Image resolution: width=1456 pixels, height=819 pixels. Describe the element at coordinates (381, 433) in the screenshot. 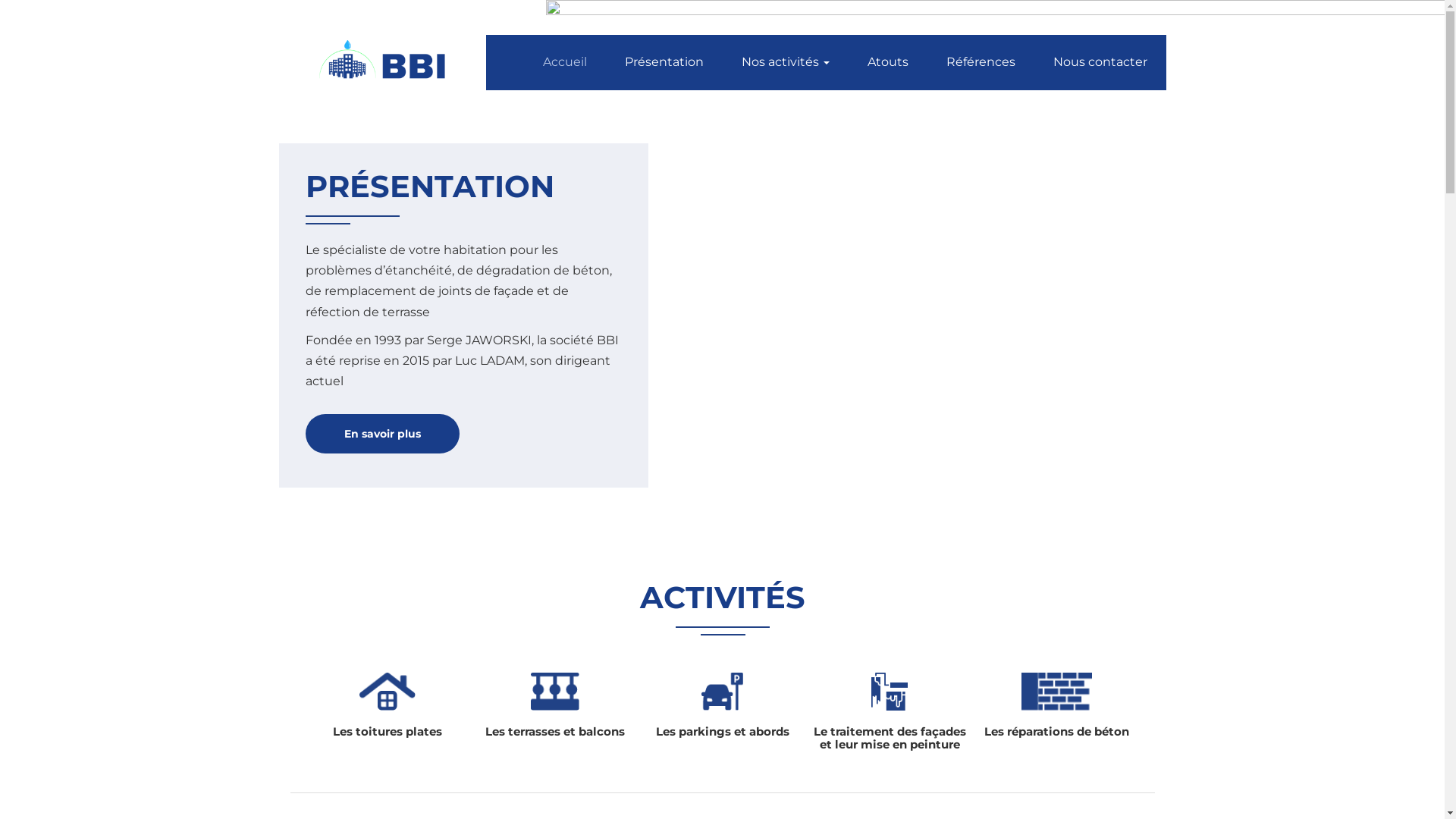

I see `'En savoir plus'` at that location.